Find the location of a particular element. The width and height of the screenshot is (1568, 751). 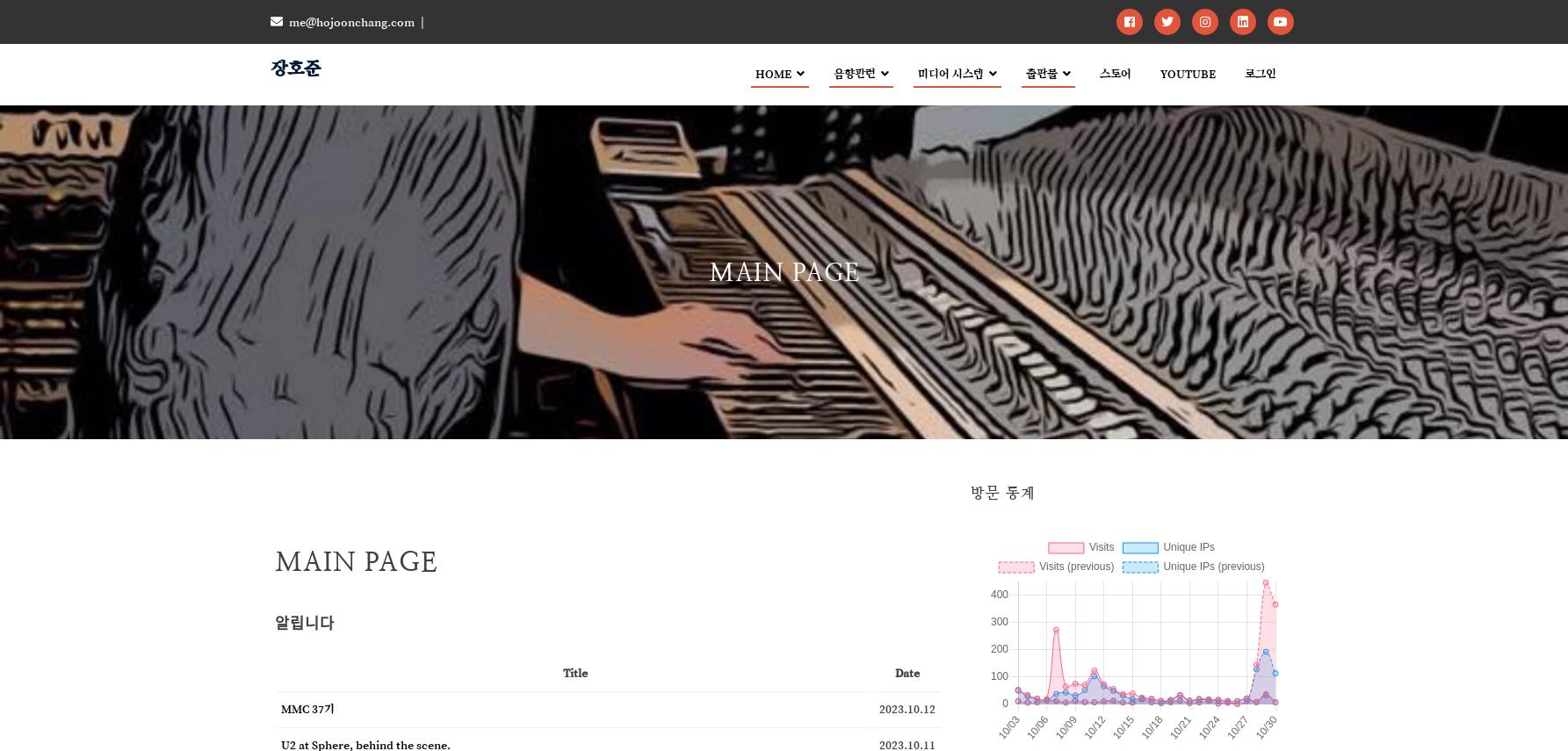

'YOUTUBE' is located at coordinates (1187, 73).